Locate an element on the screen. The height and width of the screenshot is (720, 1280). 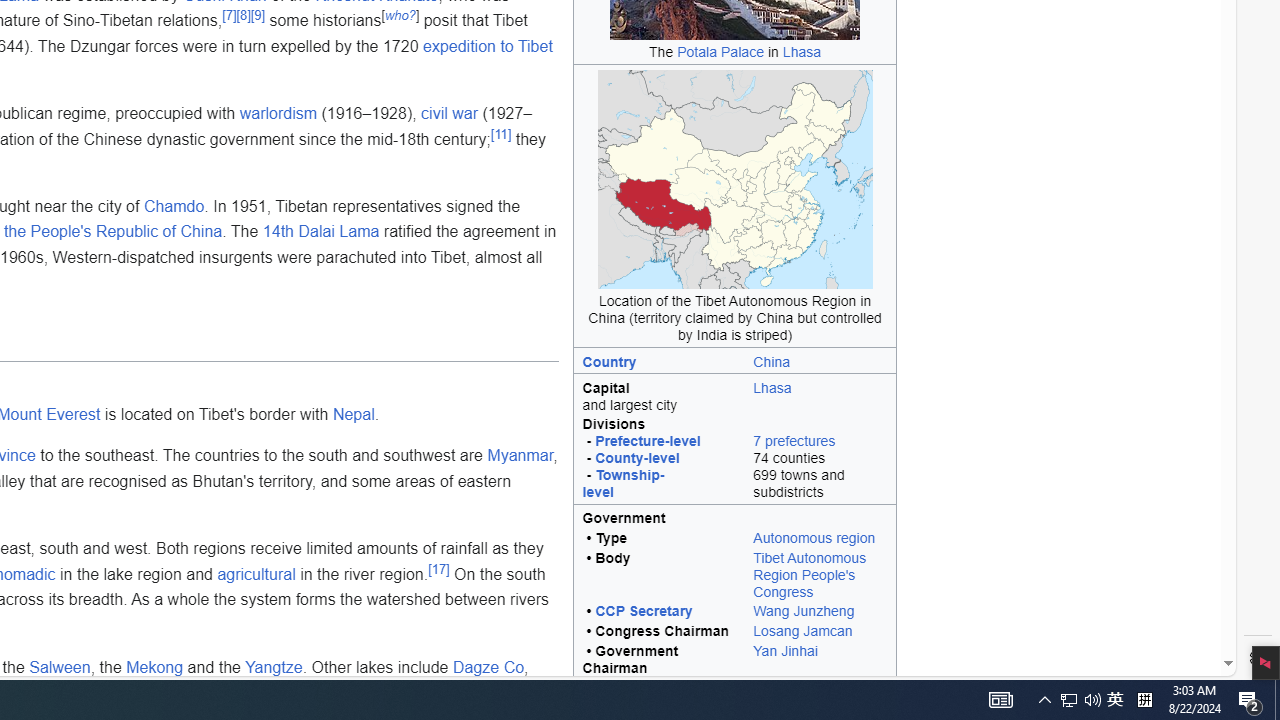
'Potala Palace' is located at coordinates (720, 50).